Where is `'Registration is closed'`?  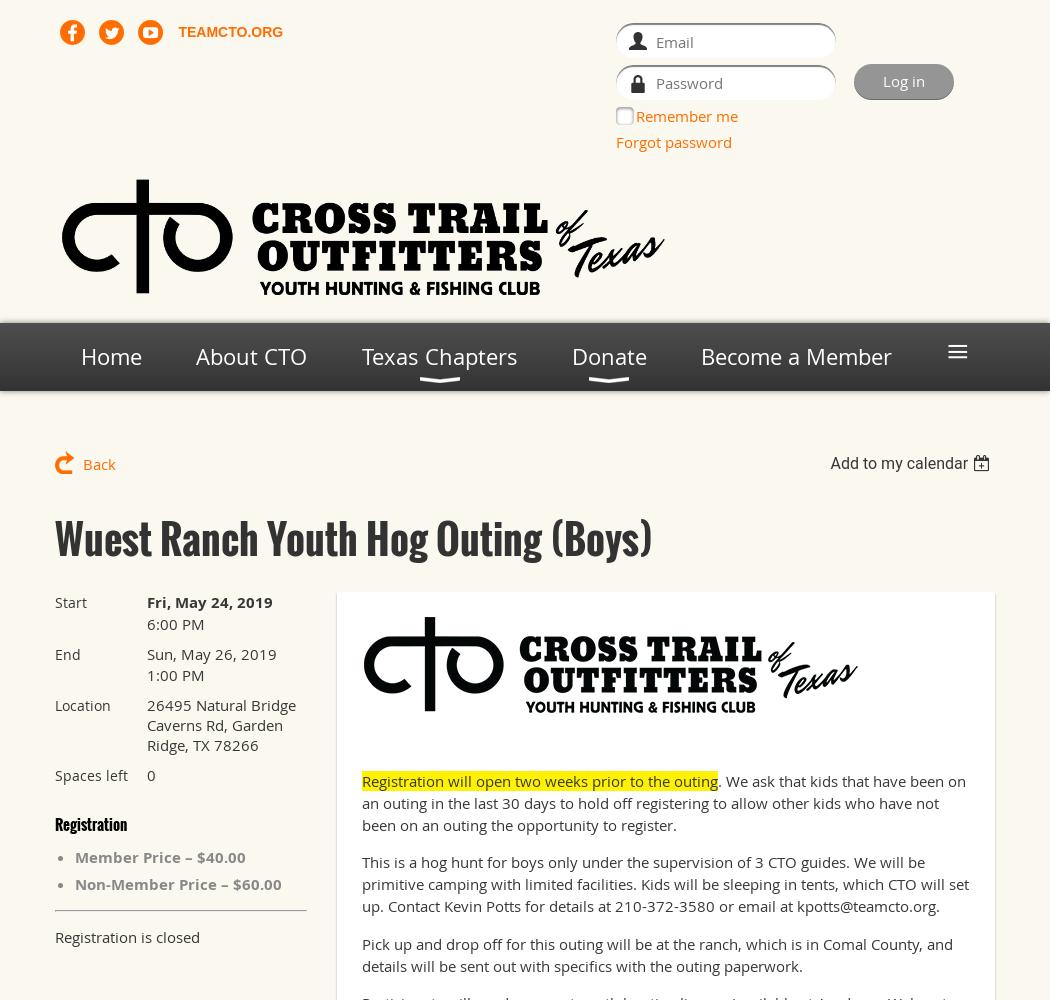 'Registration is closed' is located at coordinates (126, 936).